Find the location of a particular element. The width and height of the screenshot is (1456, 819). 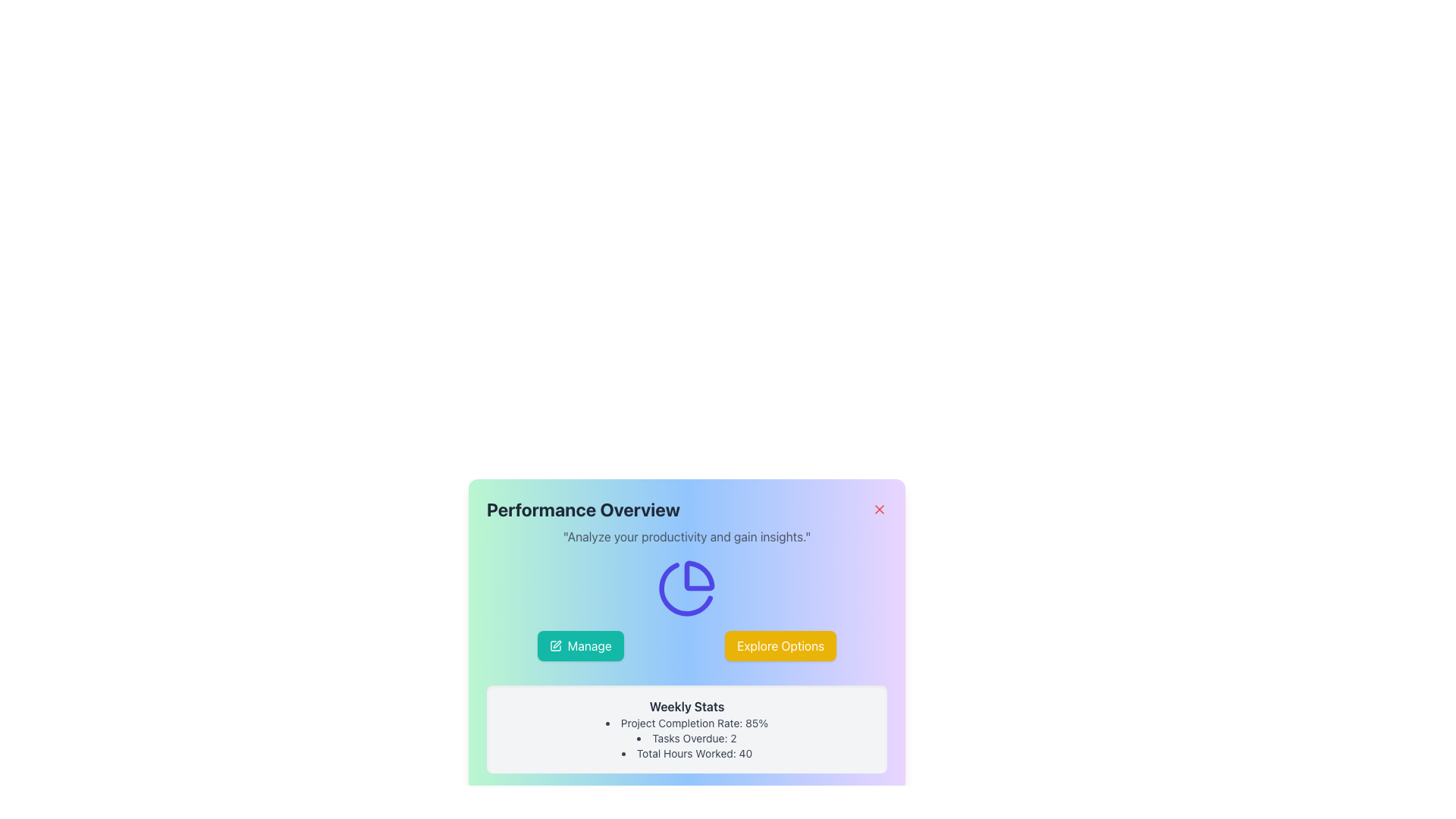

the pen icon located inside the 'Manage' button, which indicates editing or managing functionalities is located at coordinates (554, 646).